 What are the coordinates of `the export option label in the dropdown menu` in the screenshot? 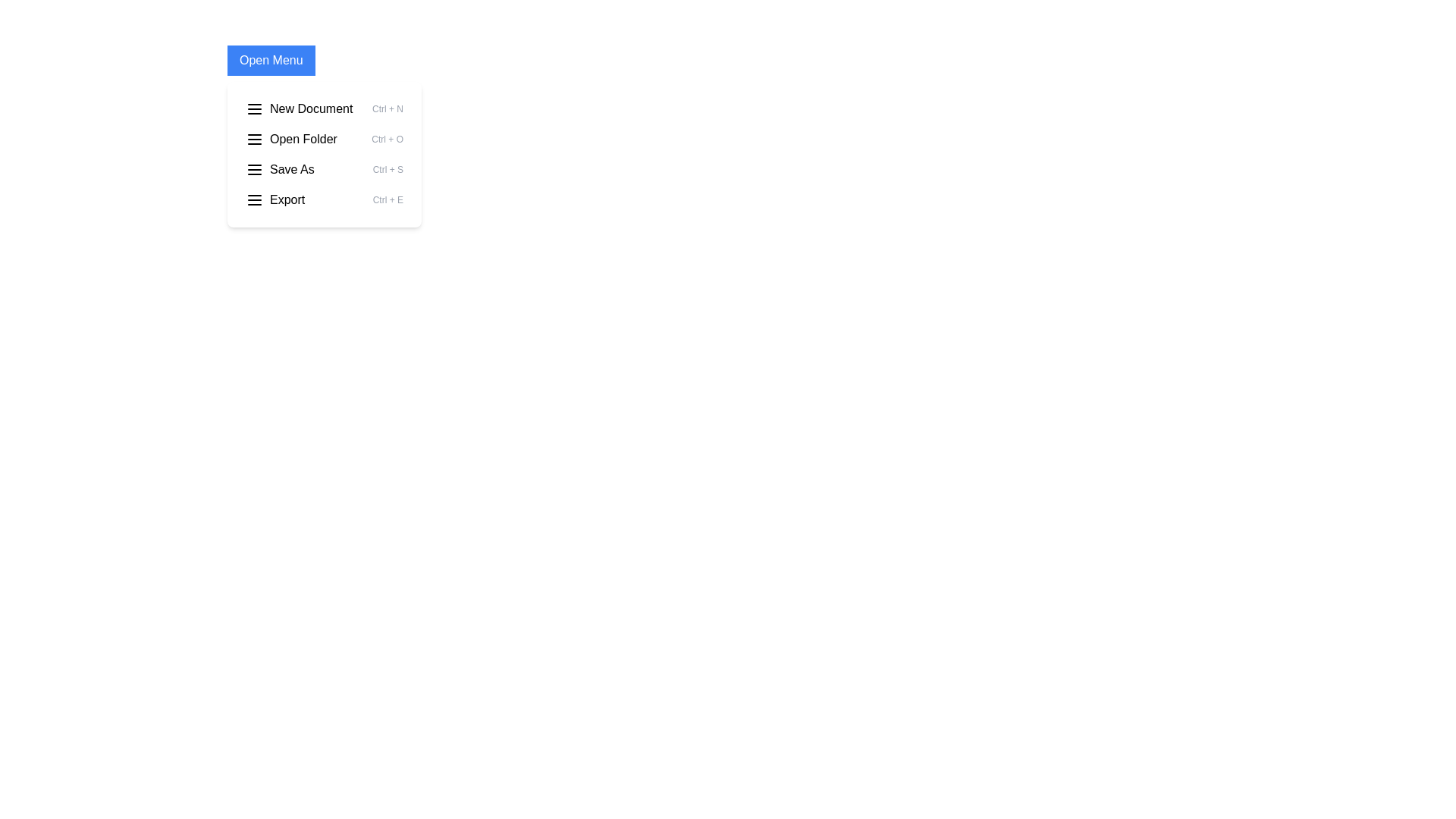 It's located at (287, 199).